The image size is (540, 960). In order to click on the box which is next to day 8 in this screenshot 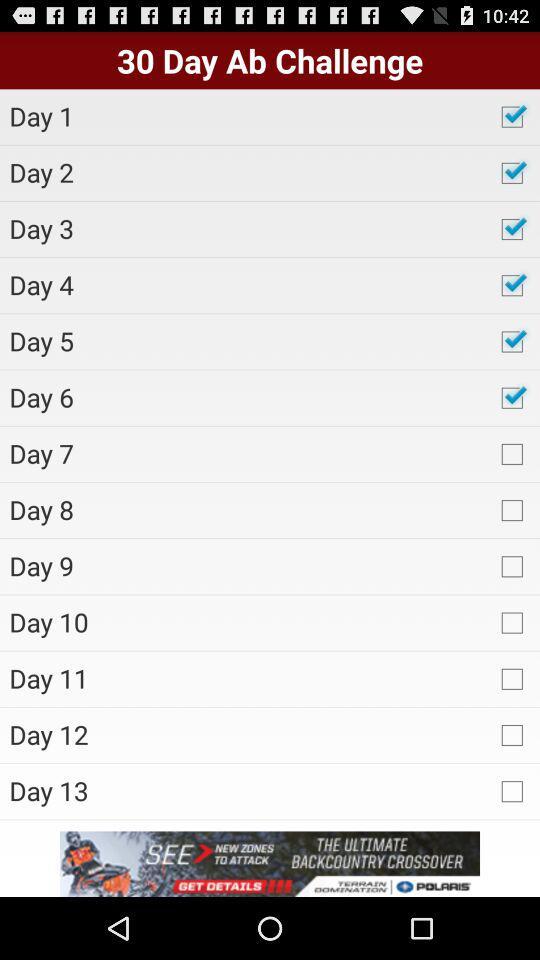, I will do `click(511, 508)`.